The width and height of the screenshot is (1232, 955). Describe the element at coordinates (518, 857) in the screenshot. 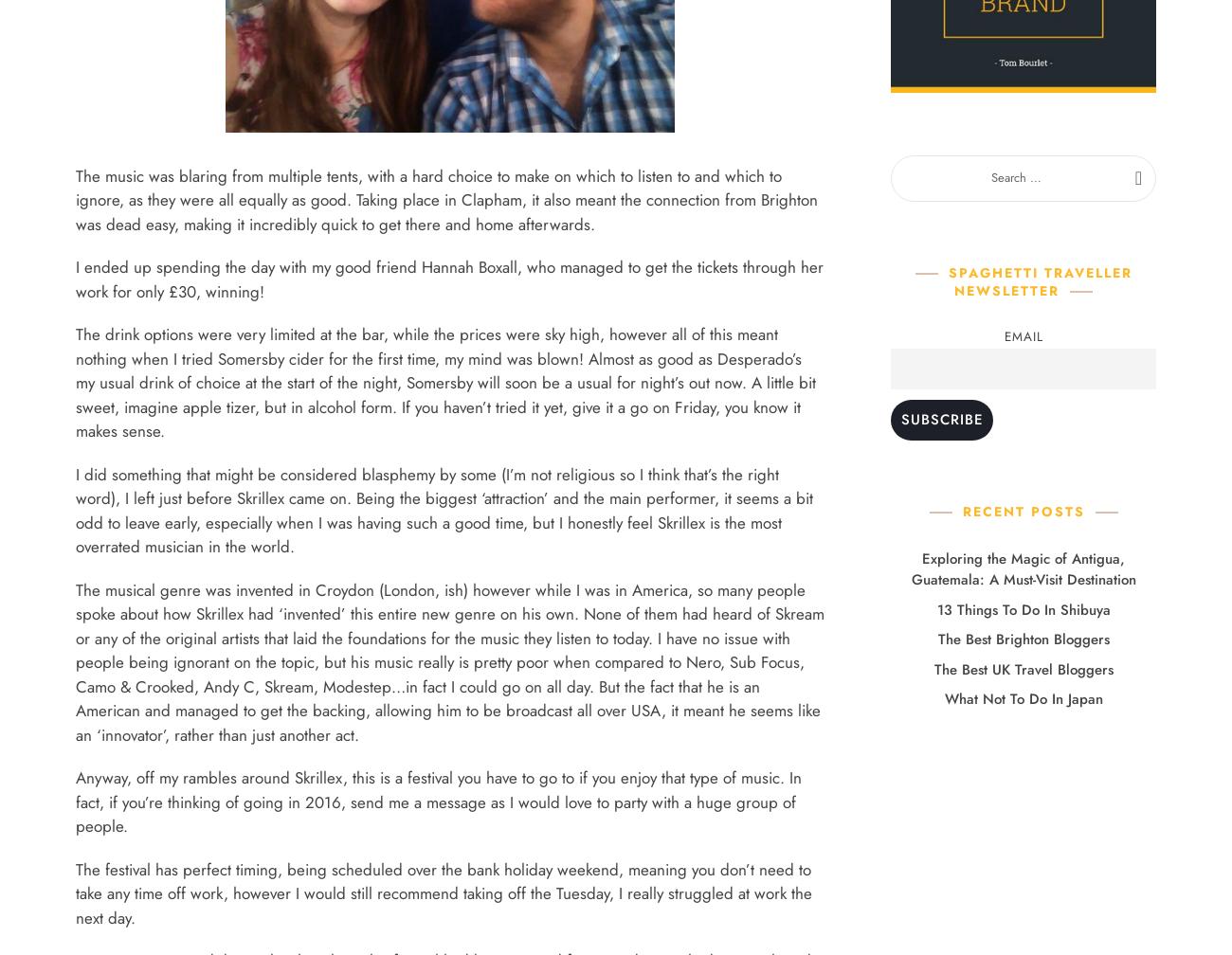

I see `'South Korea'` at that location.